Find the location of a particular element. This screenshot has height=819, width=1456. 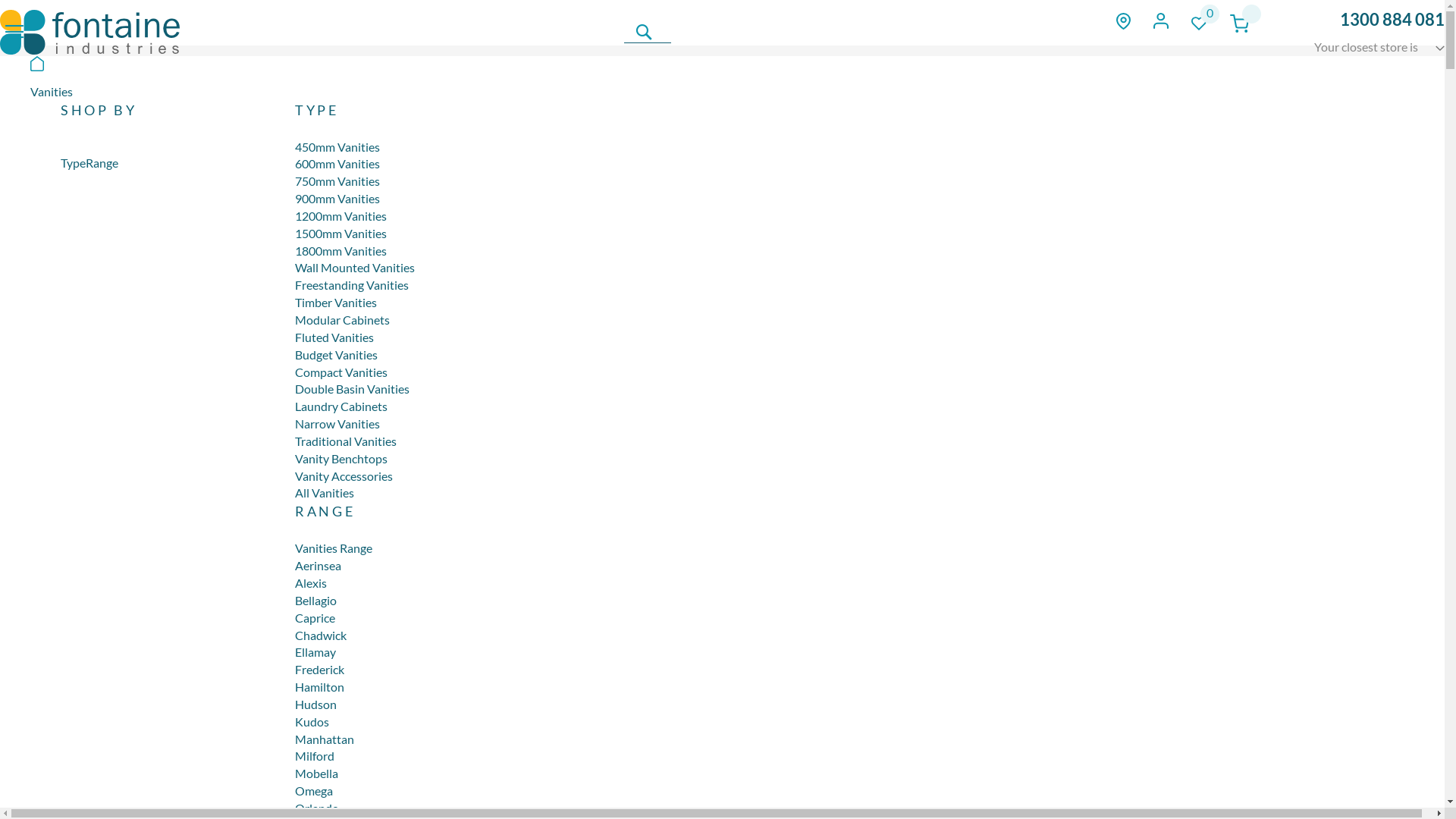

'Kudos' is located at coordinates (311, 720).